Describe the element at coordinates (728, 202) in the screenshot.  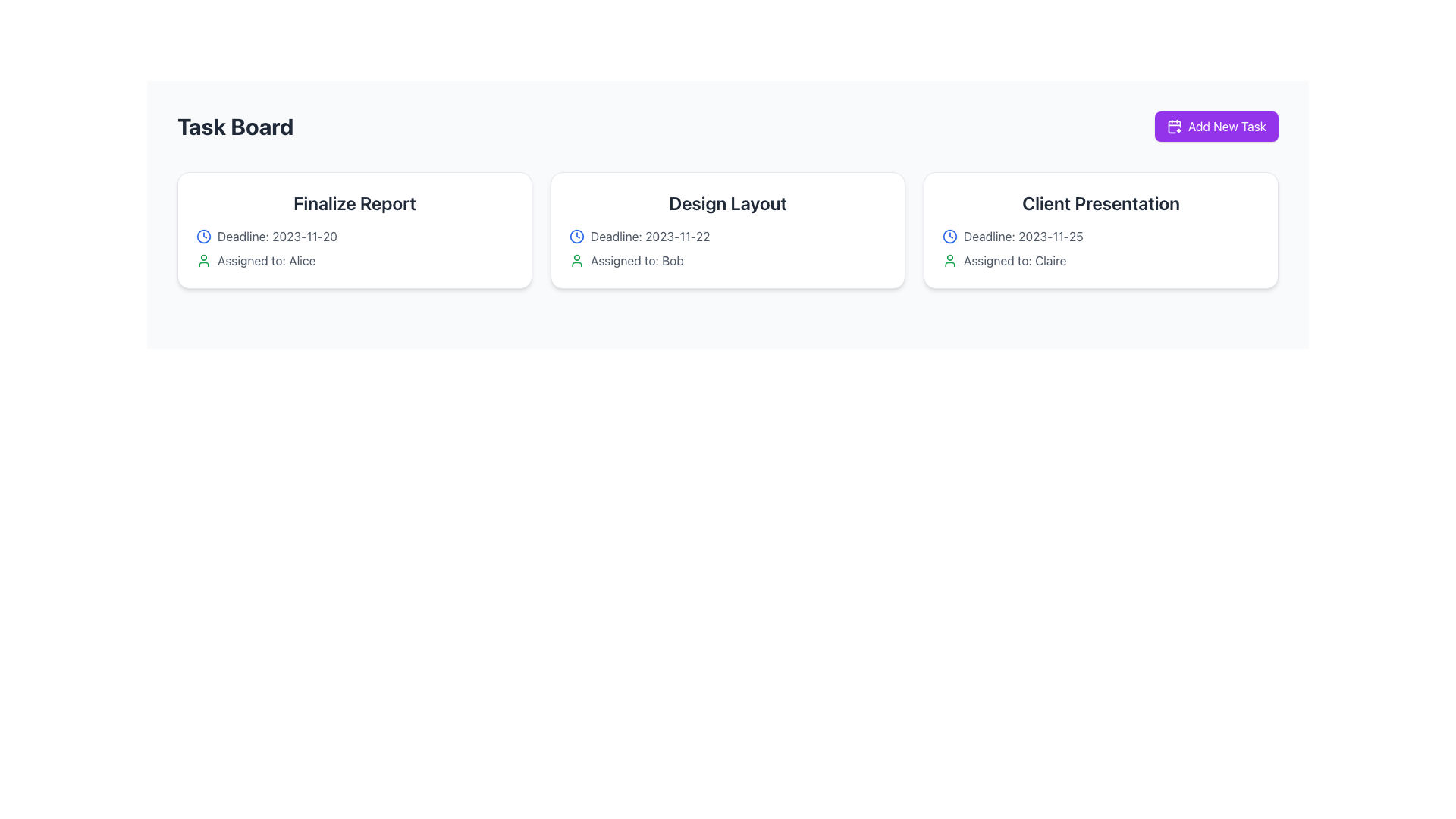
I see `text label displaying 'Design Layout' in bold, medium-large font at the top of the card element` at that location.